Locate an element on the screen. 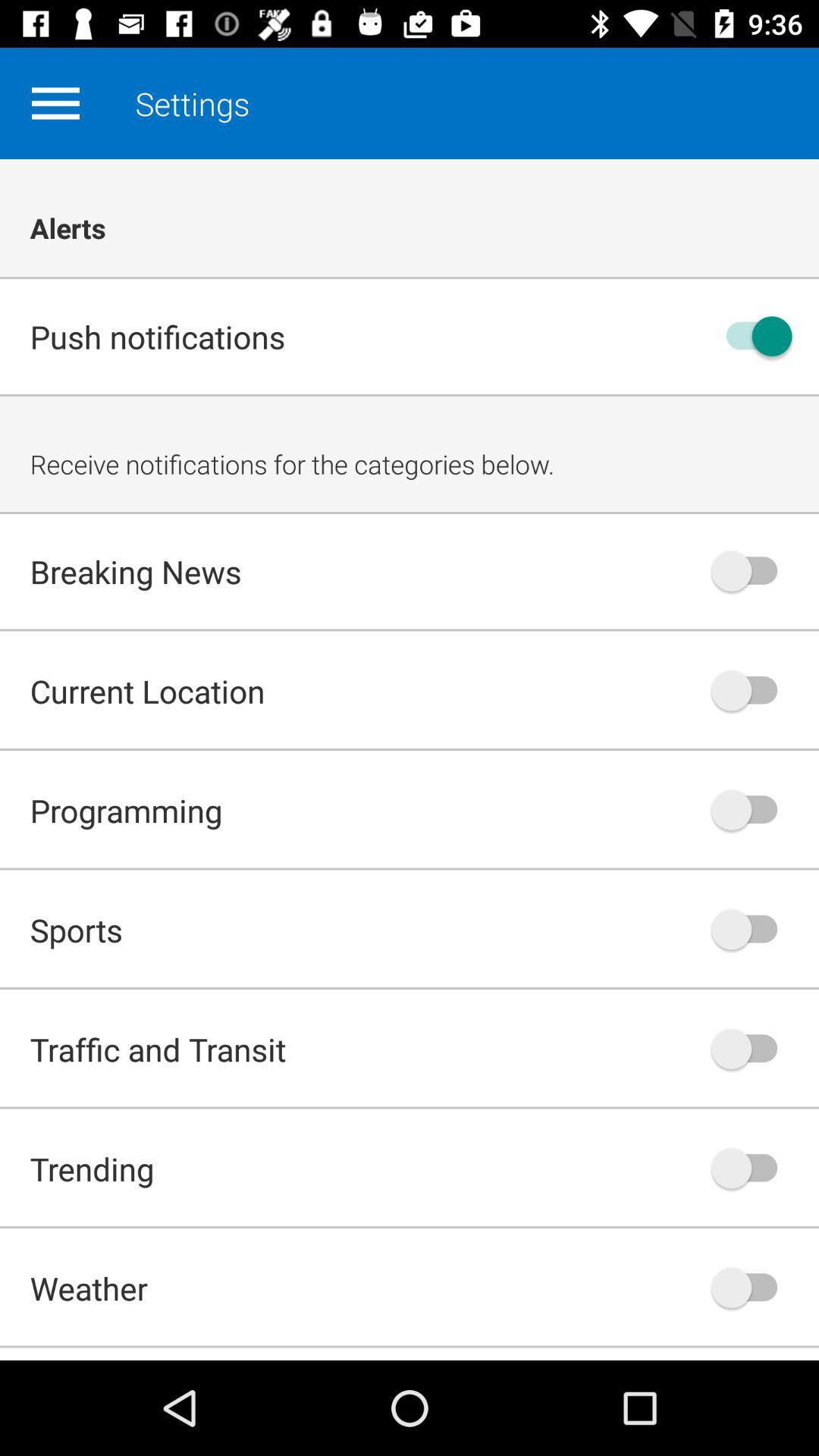 The width and height of the screenshot is (819, 1456). location-based news is located at coordinates (752, 689).